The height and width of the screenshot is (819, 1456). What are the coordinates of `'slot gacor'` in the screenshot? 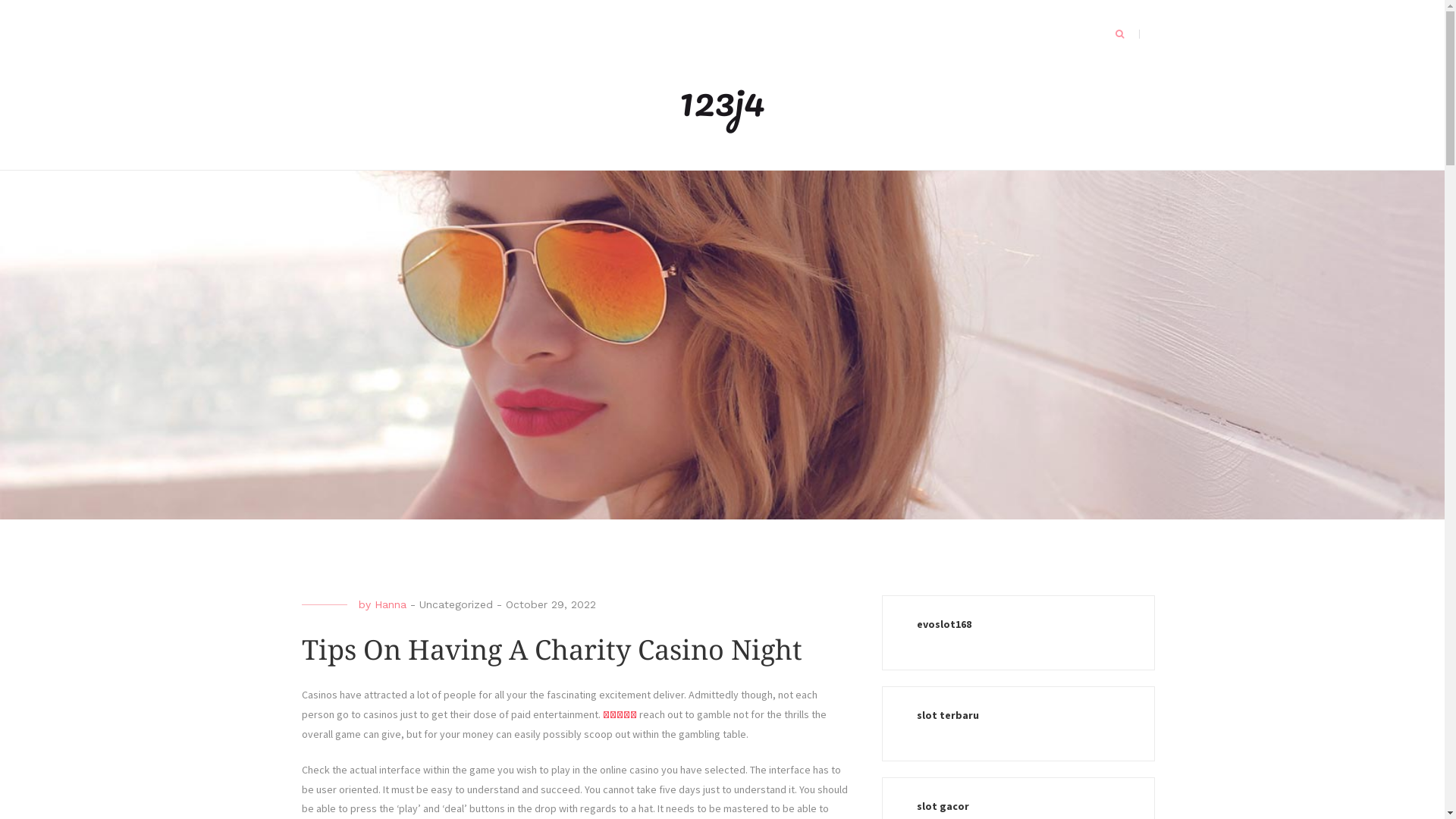 It's located at (915, 805).